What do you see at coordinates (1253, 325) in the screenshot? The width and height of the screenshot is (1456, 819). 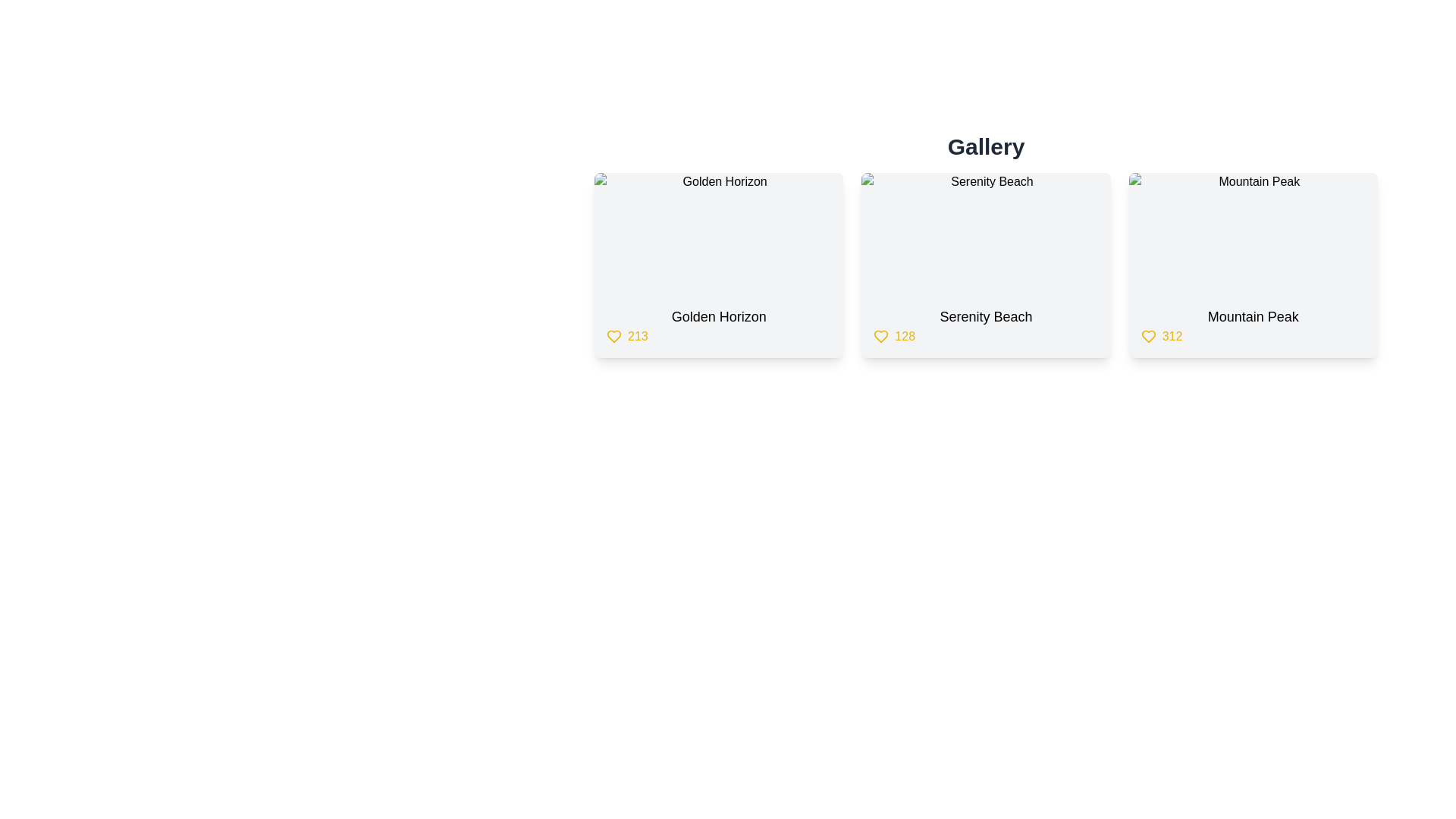 I see `the text block with the label 'Mountain Peak' and the number '312' located in the third column of the card section labeled 'Gallery'` at bounding box center [1253, 325].